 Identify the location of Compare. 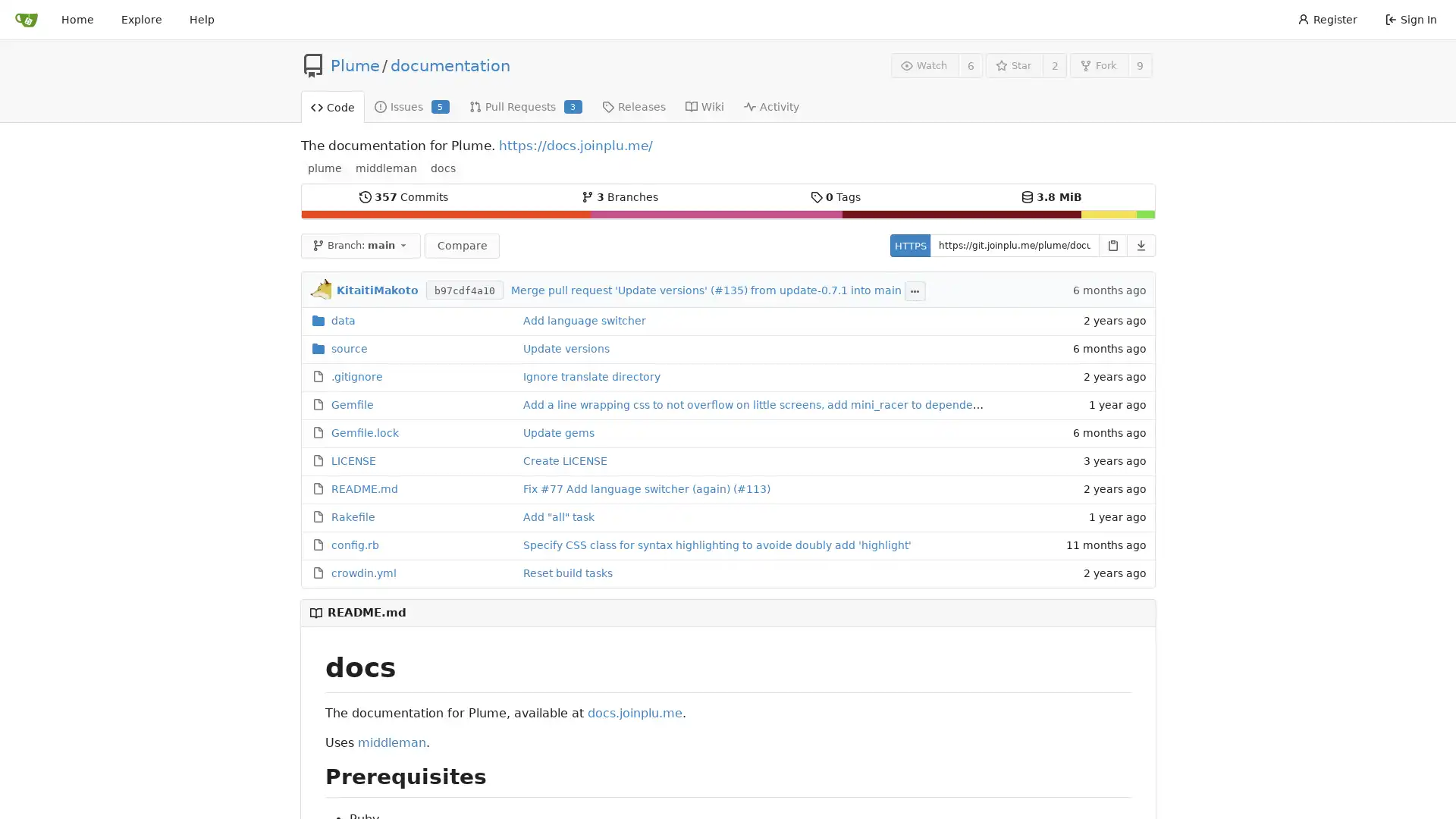
(461, 245).